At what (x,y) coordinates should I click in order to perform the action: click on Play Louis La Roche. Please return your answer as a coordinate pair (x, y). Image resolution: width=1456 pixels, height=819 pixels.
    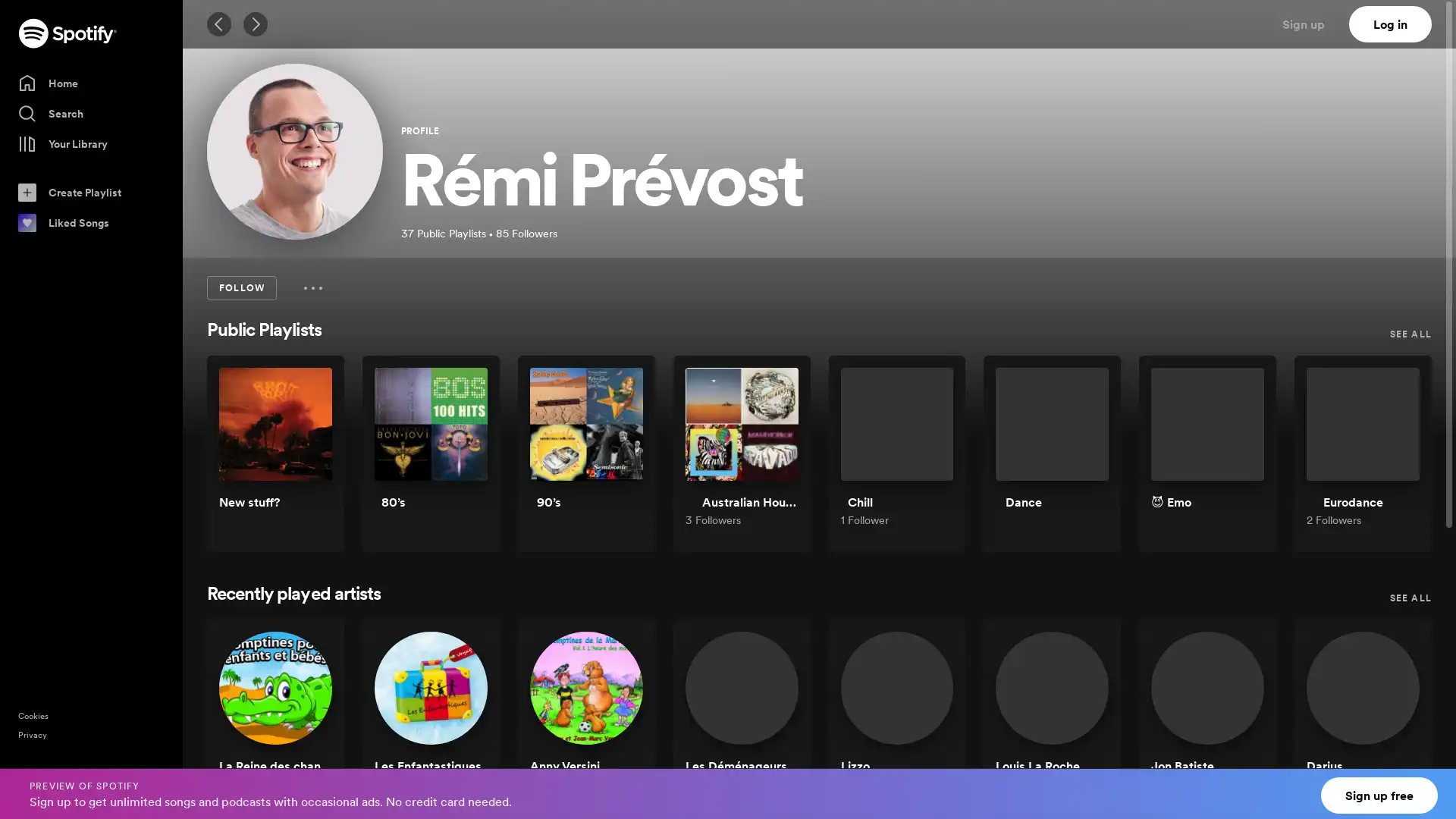
    Looking at the image, I should click on (1084, 724).